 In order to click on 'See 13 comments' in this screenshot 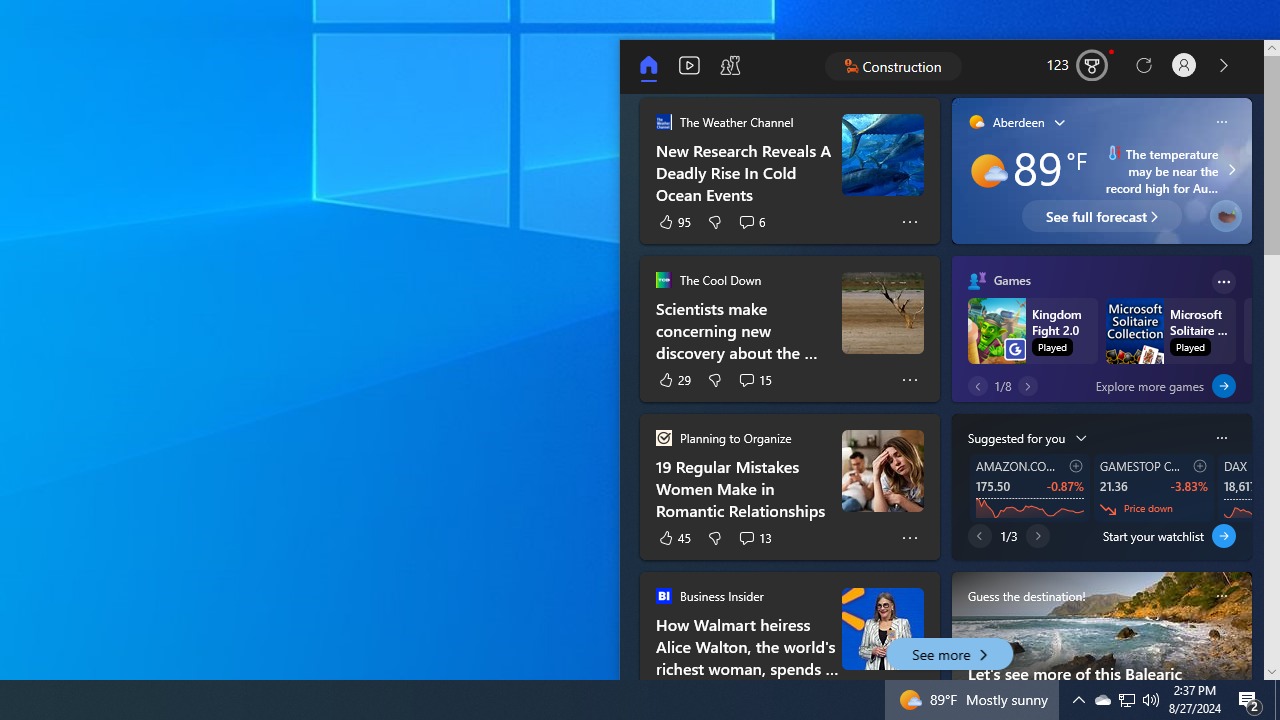, I will do `click(754, 537)`.